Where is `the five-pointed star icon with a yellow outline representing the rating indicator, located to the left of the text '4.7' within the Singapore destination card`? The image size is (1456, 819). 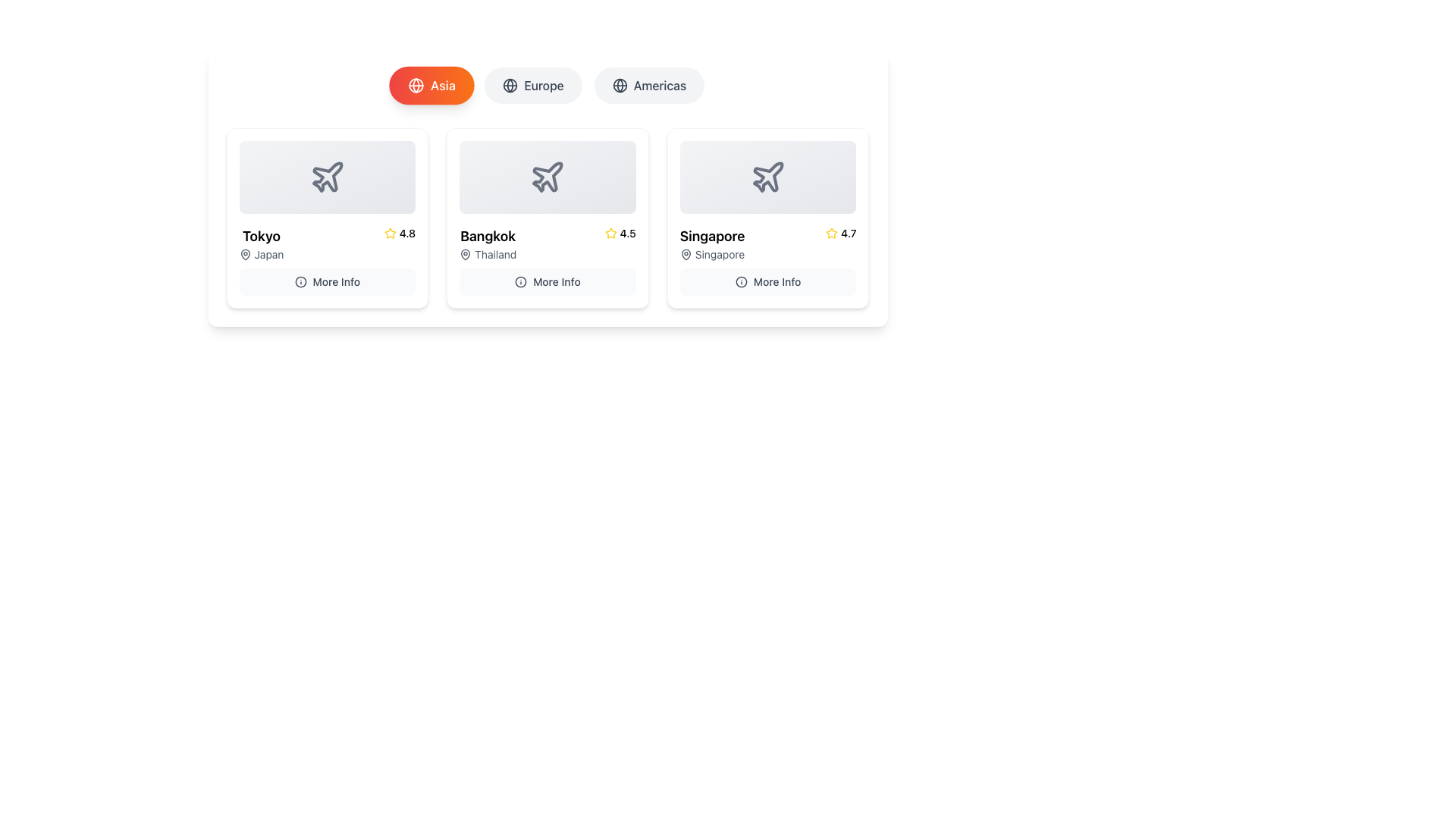 the five-pointed star icon with a yellow outline representing the rating indicator, located to the left of the text '4.7' within the Singapore destination card is located at coordinates (831, 234).